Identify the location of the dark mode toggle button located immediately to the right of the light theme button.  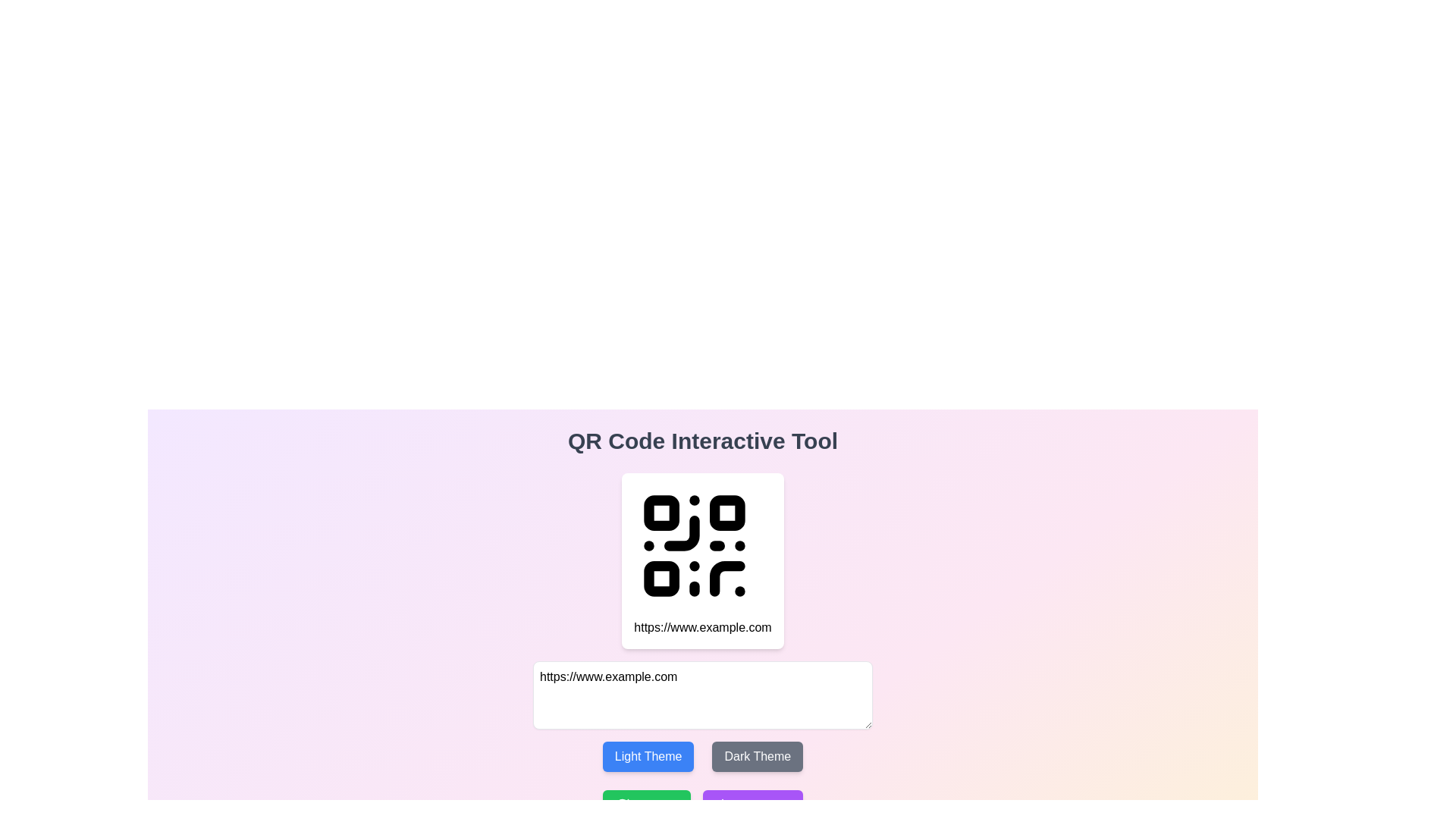
(758, 757).